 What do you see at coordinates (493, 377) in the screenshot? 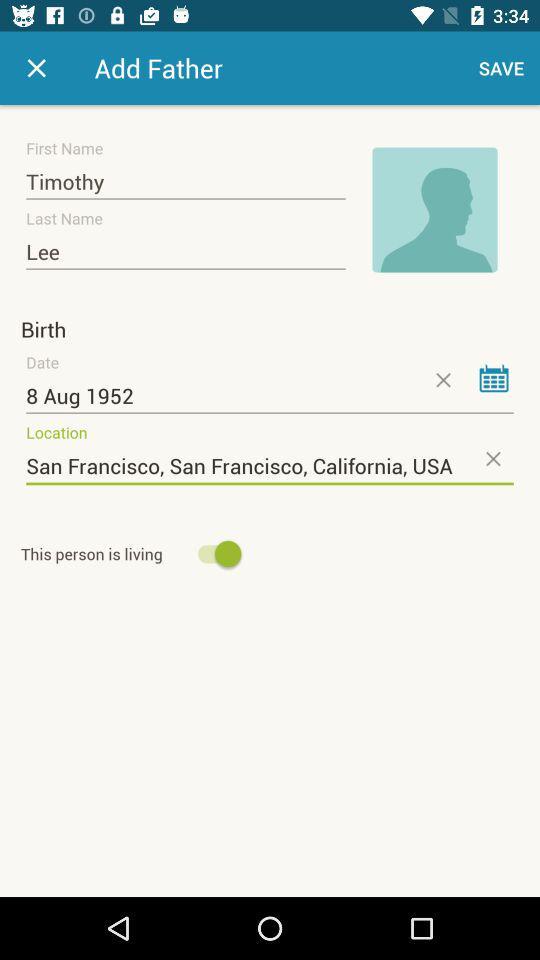
I see `date from calendar` at bounding box center [493, 377].